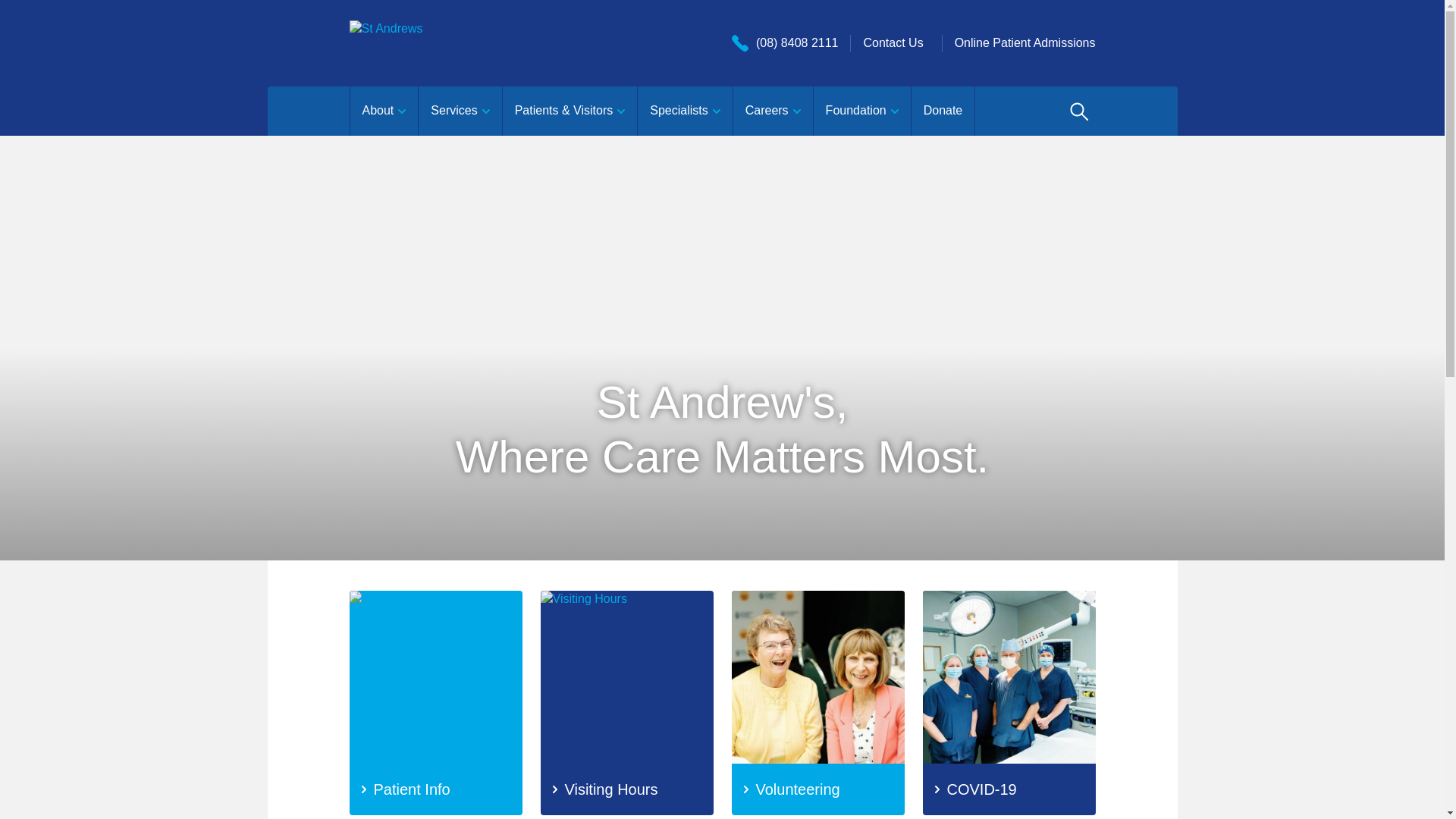 The height and width of the screenshot is (819, 1456). What do you see at coordinates (458, 110) in the screenshot?
I see `'Services'` at bounding box center [458, 110].